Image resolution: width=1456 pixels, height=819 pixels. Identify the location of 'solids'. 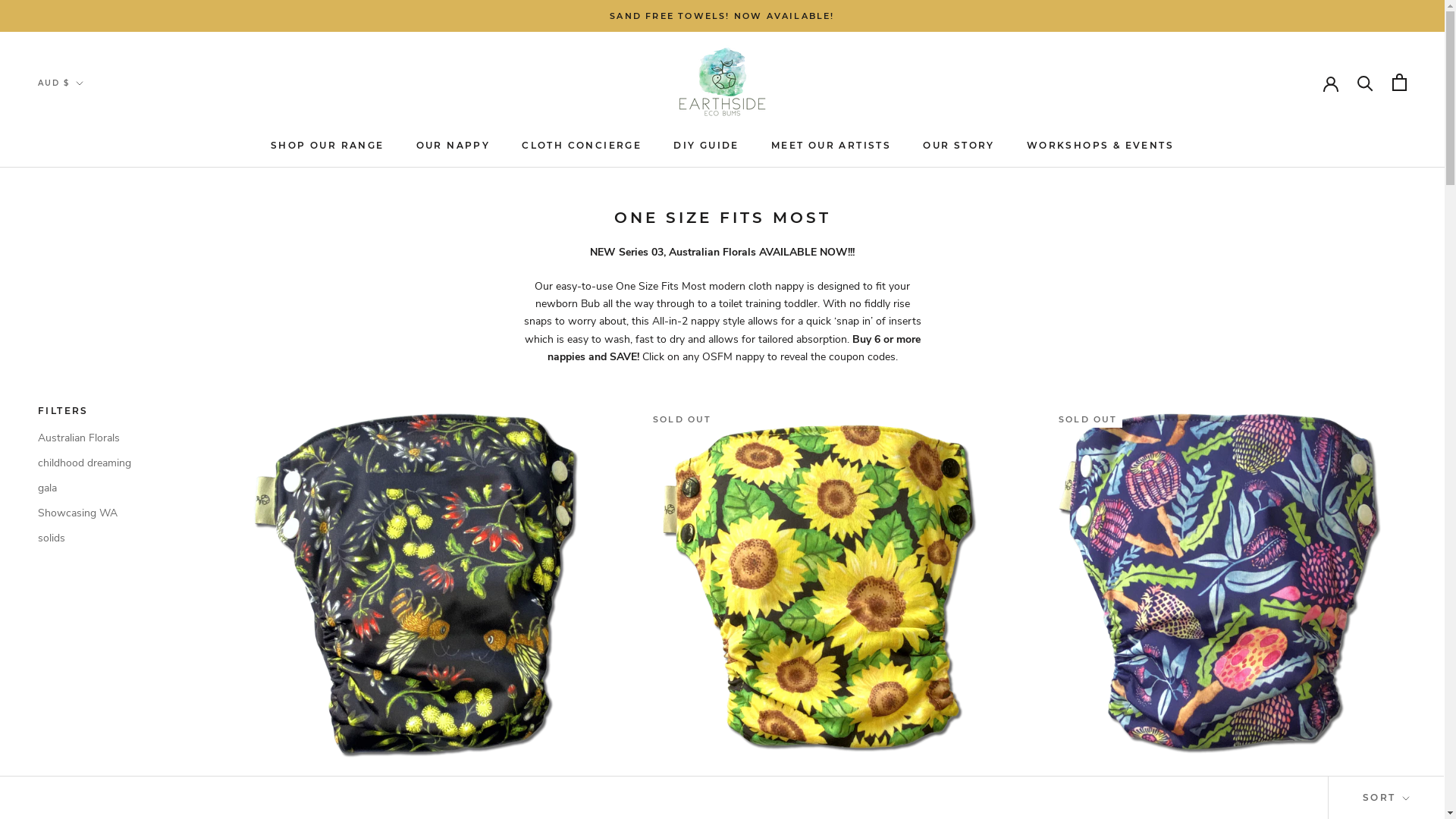
(112, 537).